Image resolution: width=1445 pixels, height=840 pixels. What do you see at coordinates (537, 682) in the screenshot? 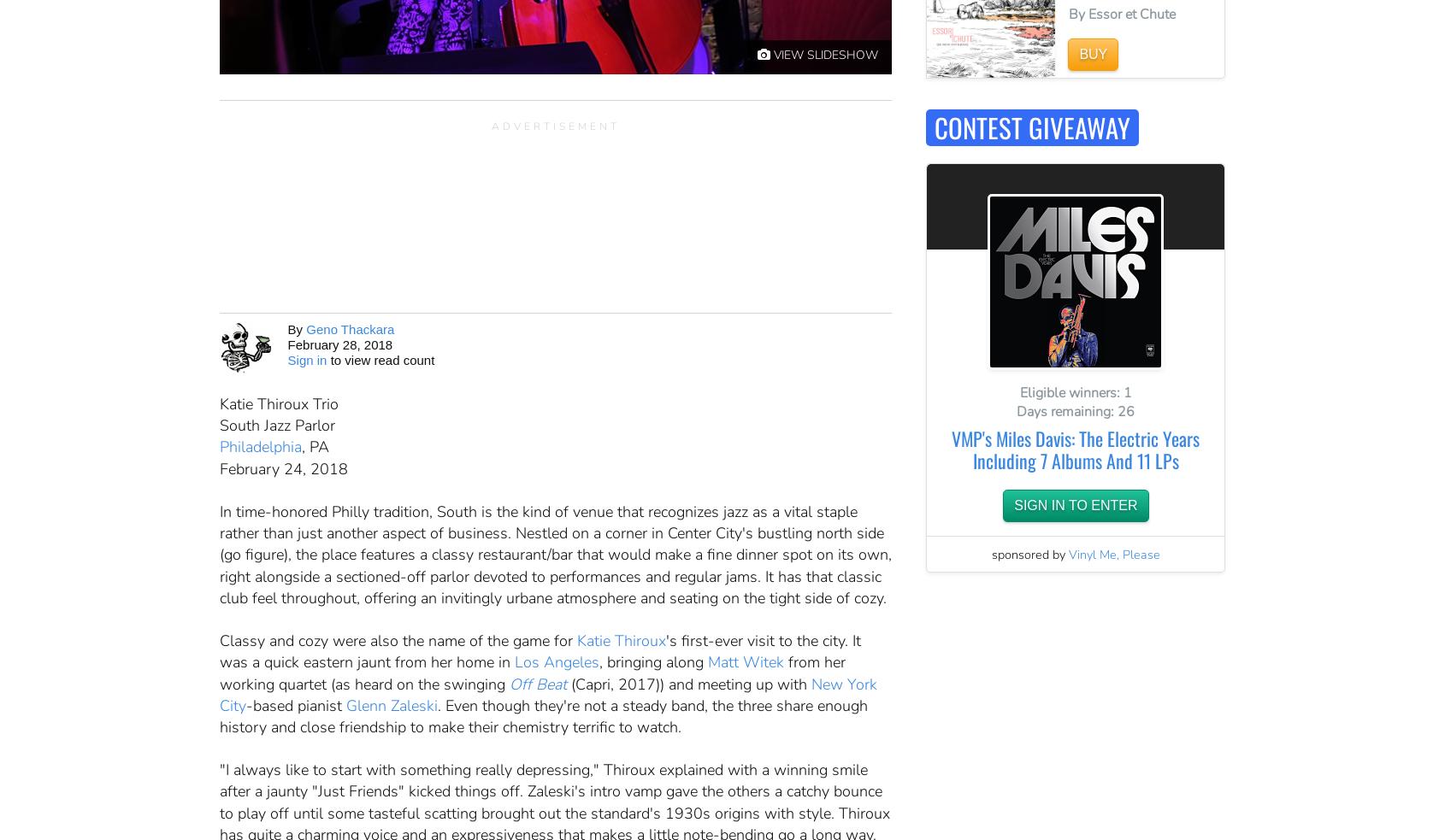
I see `'Off Beat'` at bounding box center [537, 682].